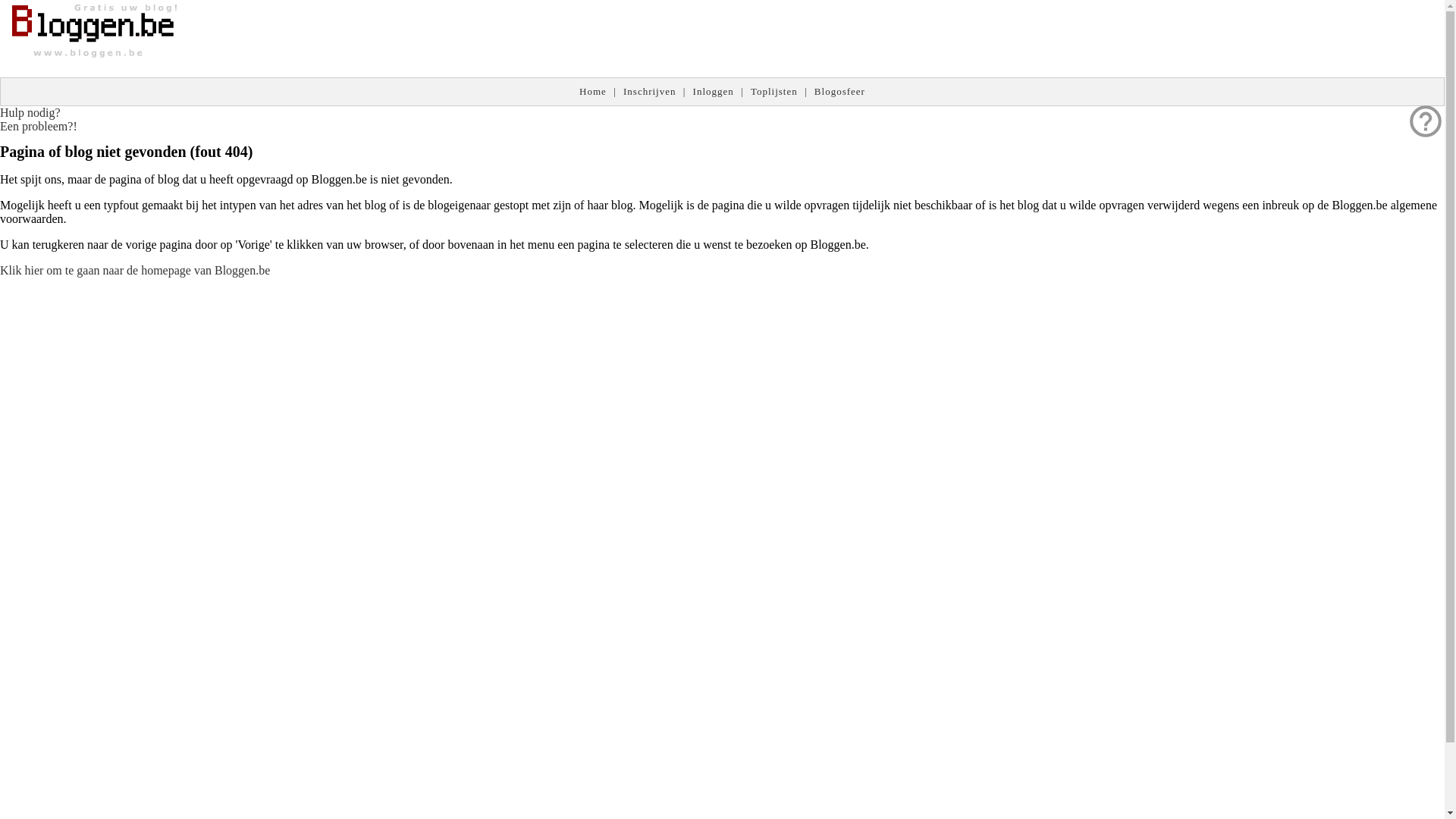  What do you see at coordinates (750, 91) in the screenshot?
I see `'Toplijsten'` at bounding box center [750, 91].